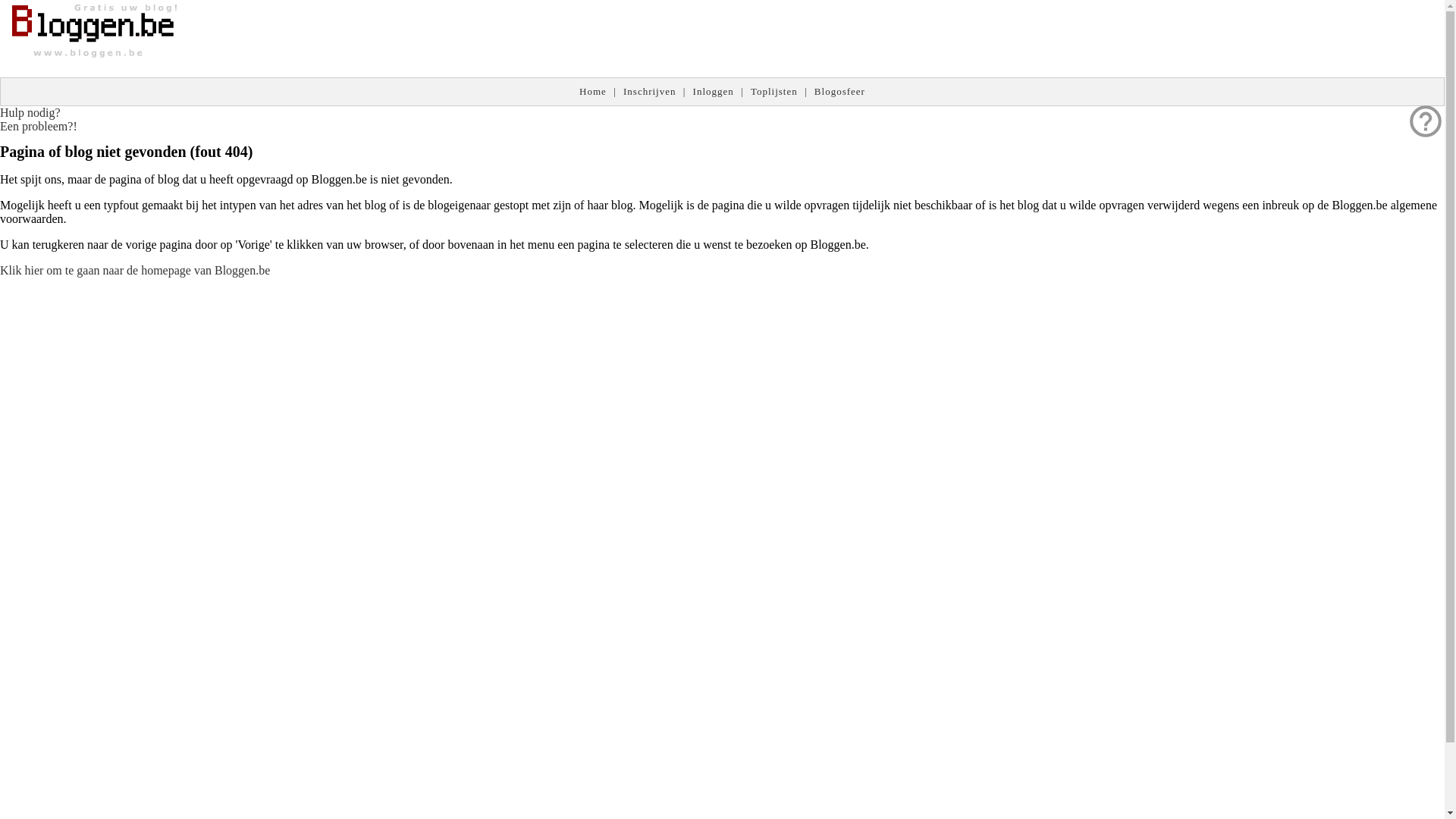  What do you see at coordinates (750, 91) in the screenshot?
I see `'Toplijsten'` at bounding box center [750, 91].